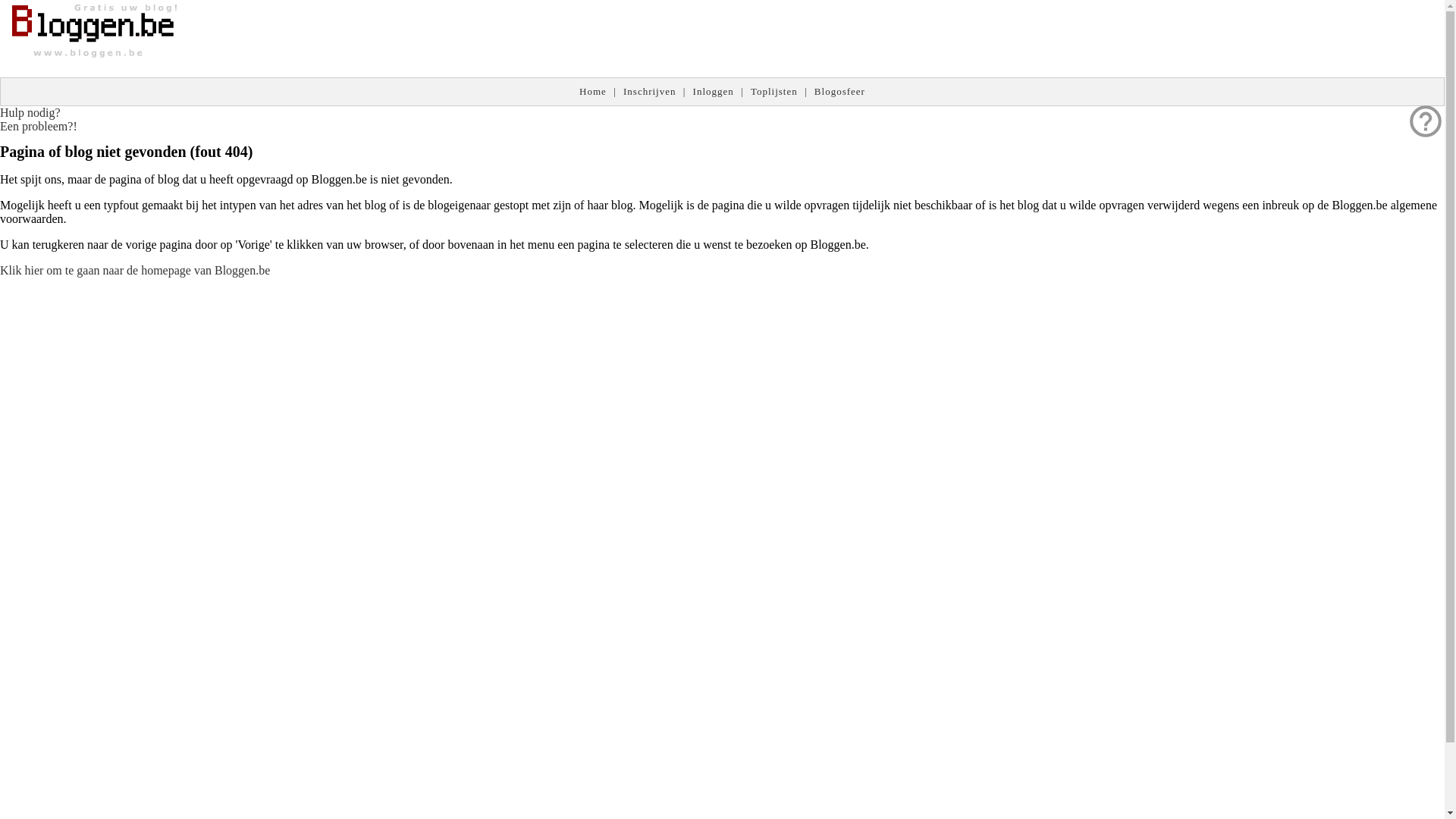  What do you see at coordinates (750, 91) in the screenshot?
I see `'Toplijsten'` at bounding box center [750, 91].